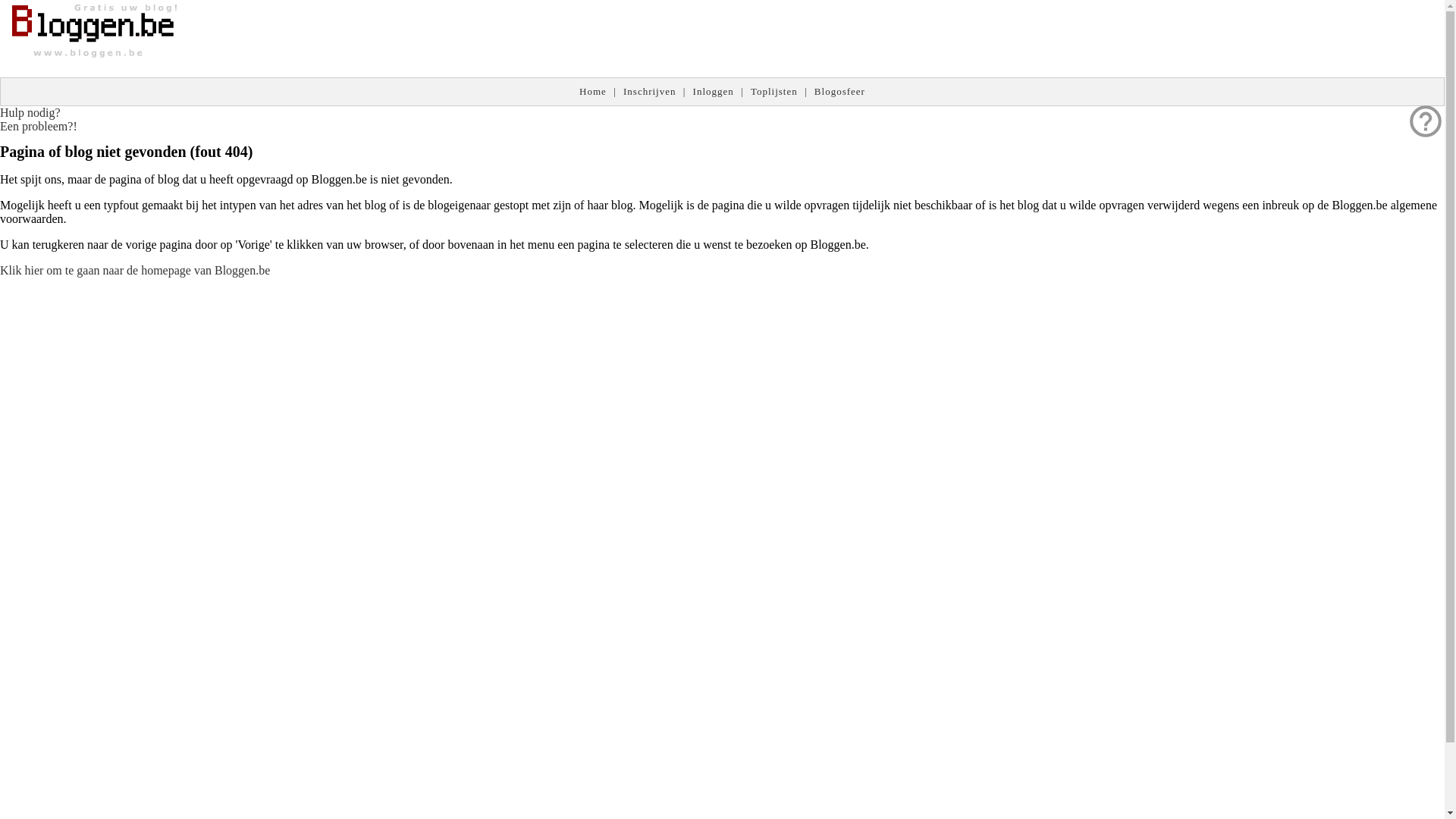  What do you see at coordinates (750, 91) in the screenshot?
I see `'Toplijsten'` at bounding box center [750, 91].